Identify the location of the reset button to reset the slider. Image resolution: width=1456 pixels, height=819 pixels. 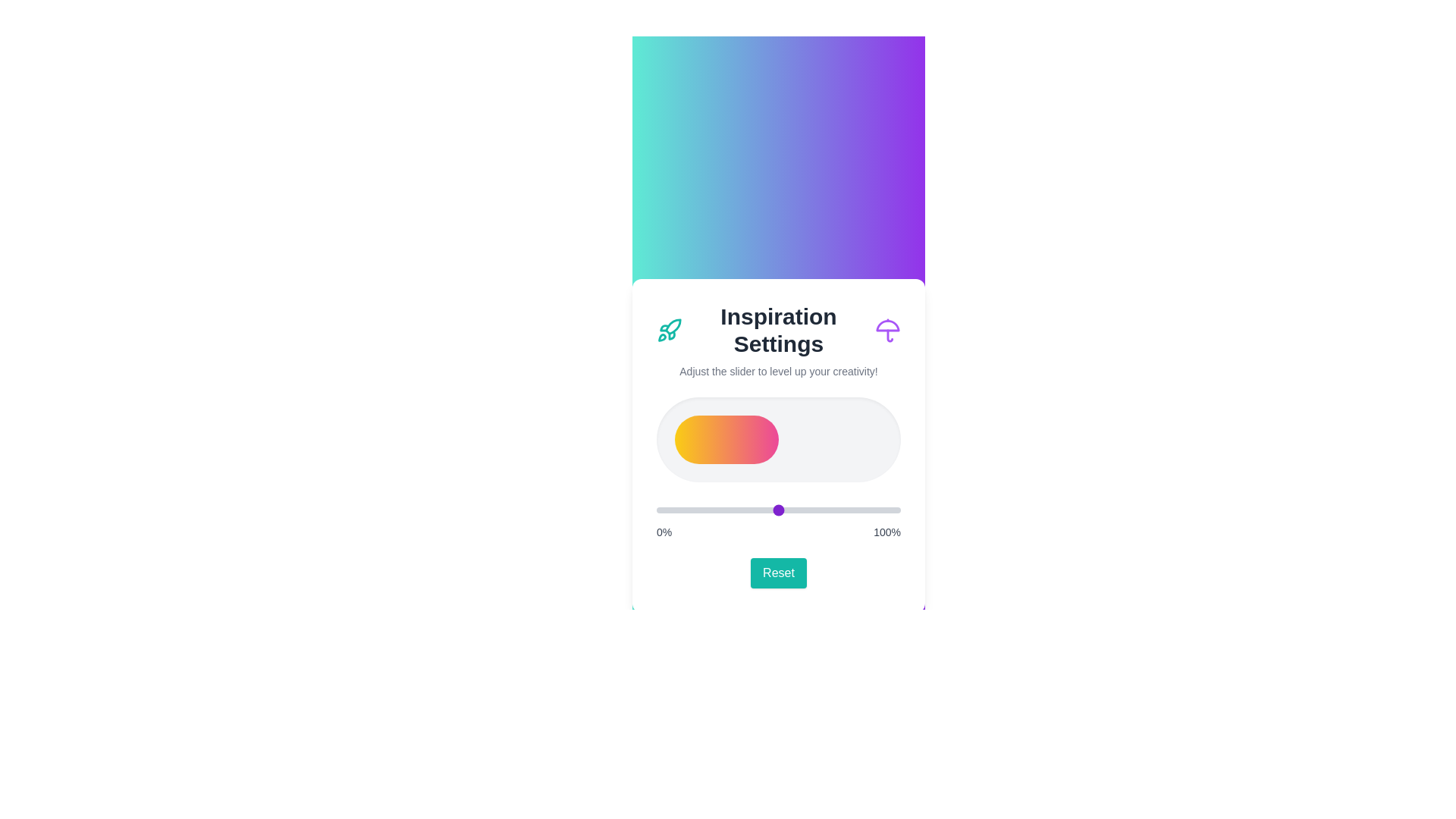
(779, 573).